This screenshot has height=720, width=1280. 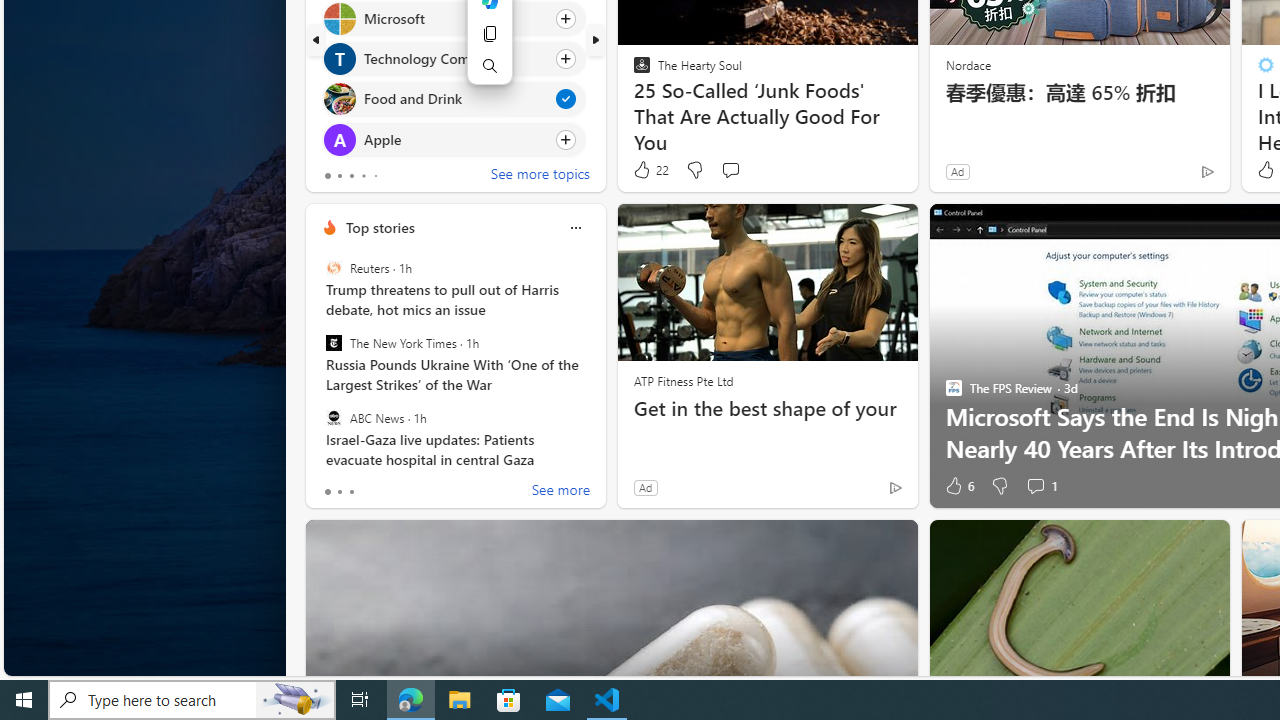 I want to click on 'tab-2', so click(x=352, y=492).